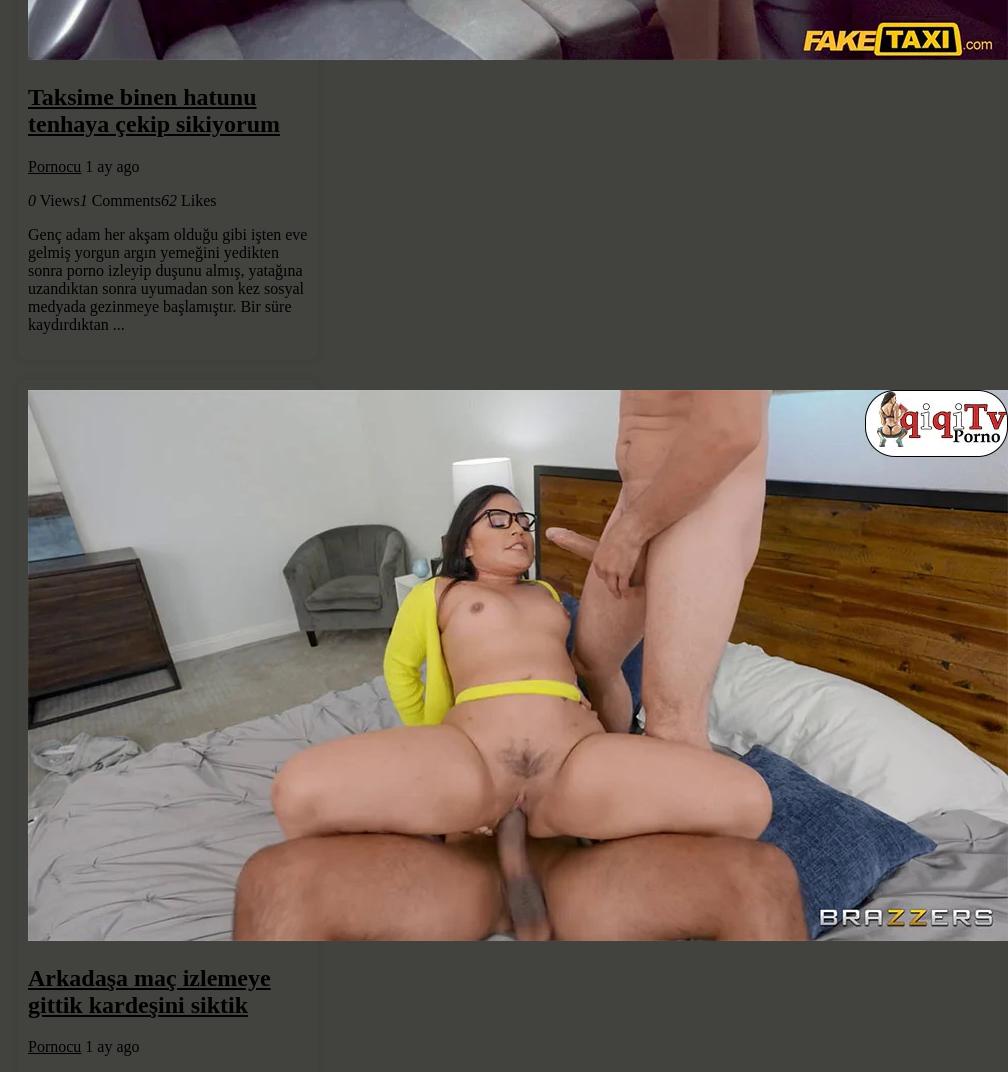 Image resolution: width=1008 pixels, height=1072 pixels. What do you see at coordinates (180, 198) in the screenshot?
I see `'Likes'` at bounding box center [180, 198].